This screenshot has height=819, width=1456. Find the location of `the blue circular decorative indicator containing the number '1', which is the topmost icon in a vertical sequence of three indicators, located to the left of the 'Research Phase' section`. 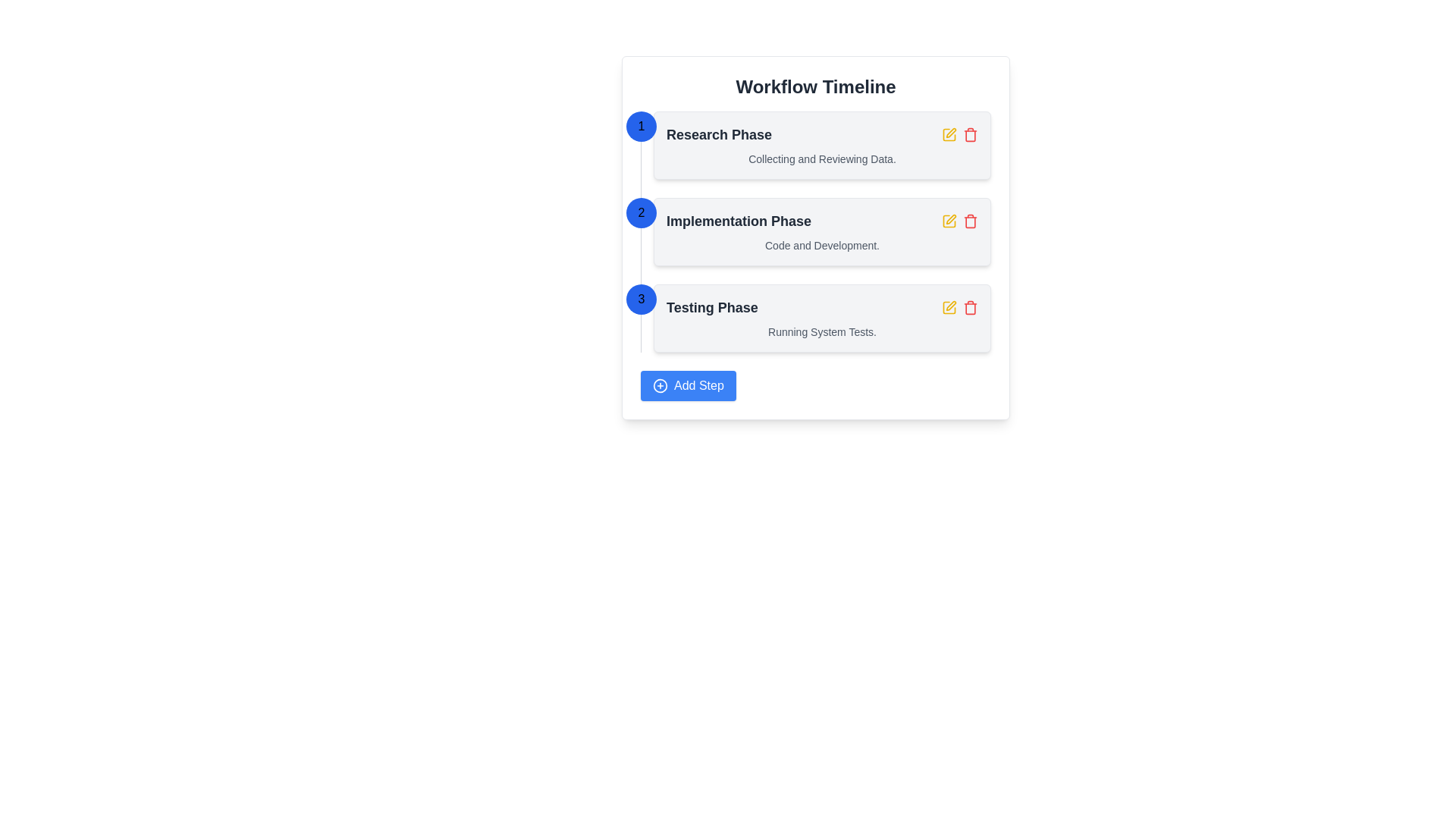

the blue circular decorative indicator containing the number '1', which is the topmost icon in a vertical sequence of three indicators, located to the left of the 'Research Phase' section is located at coordinates (641, 125).